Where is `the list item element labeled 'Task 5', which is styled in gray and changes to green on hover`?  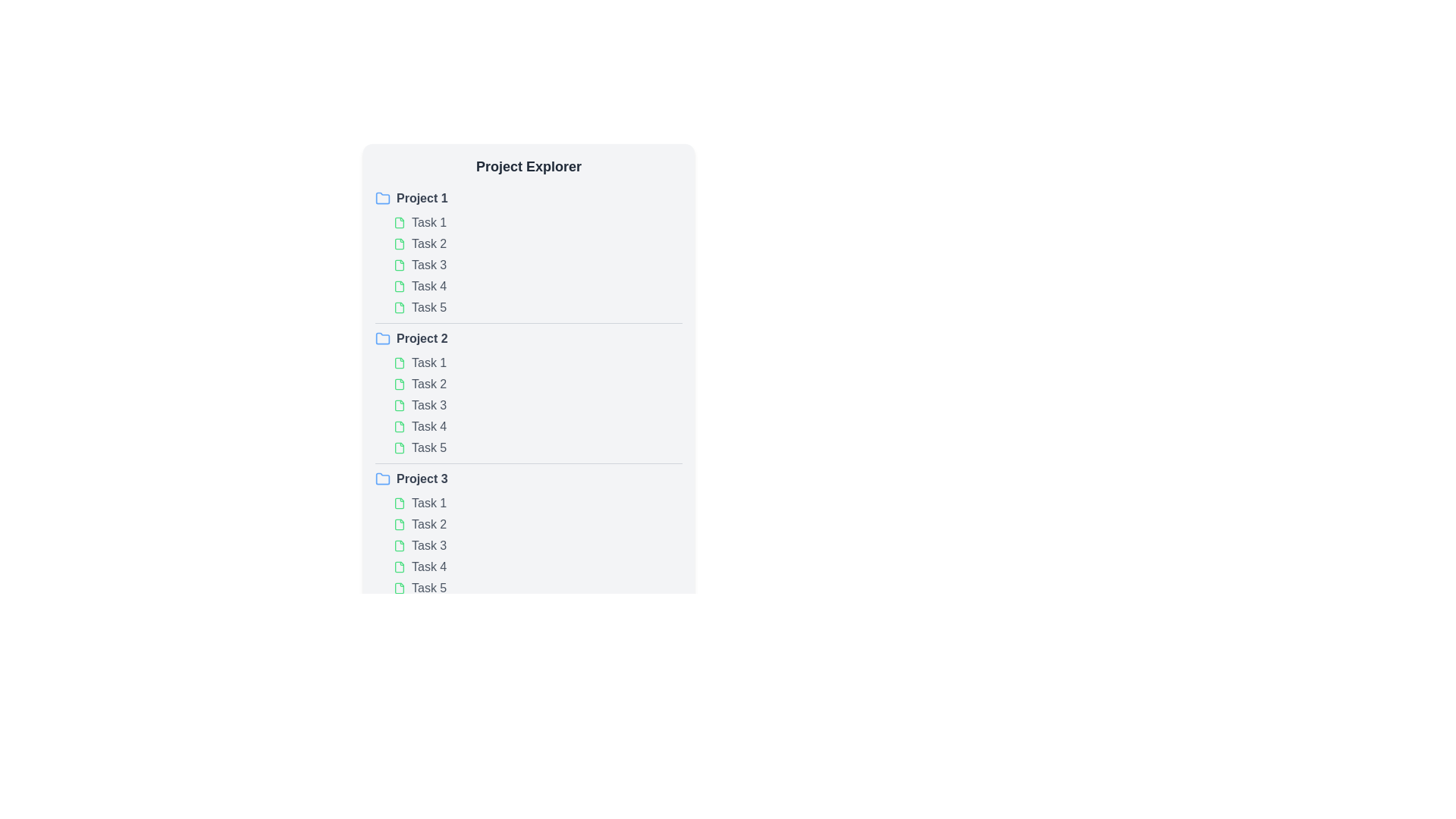 the list item element labeled 'Task 5', which is styled in gray and changes to green on hover is located at coordinates (538, 447).